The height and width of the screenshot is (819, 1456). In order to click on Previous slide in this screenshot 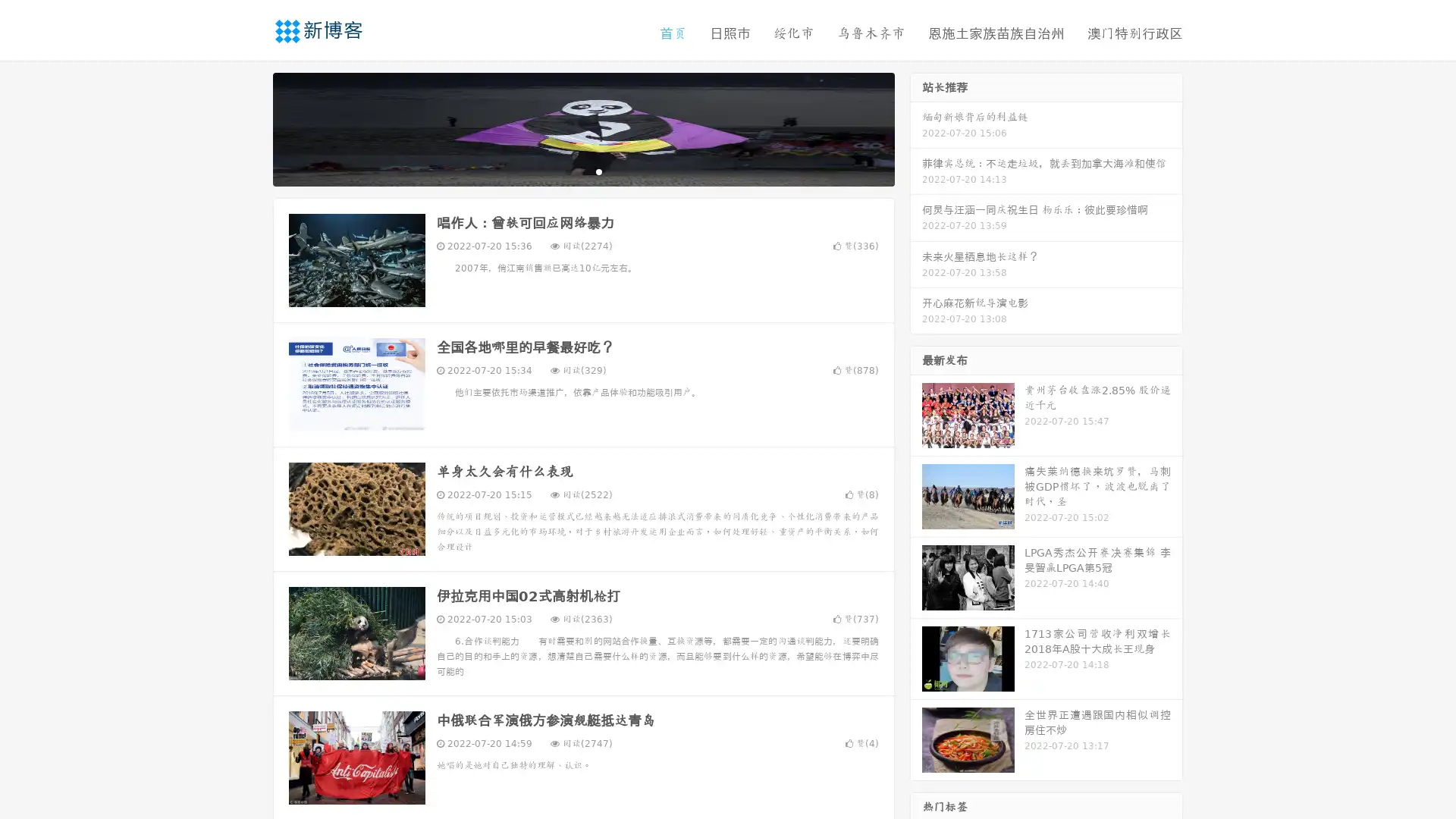, I will do `click(250, 127)`.